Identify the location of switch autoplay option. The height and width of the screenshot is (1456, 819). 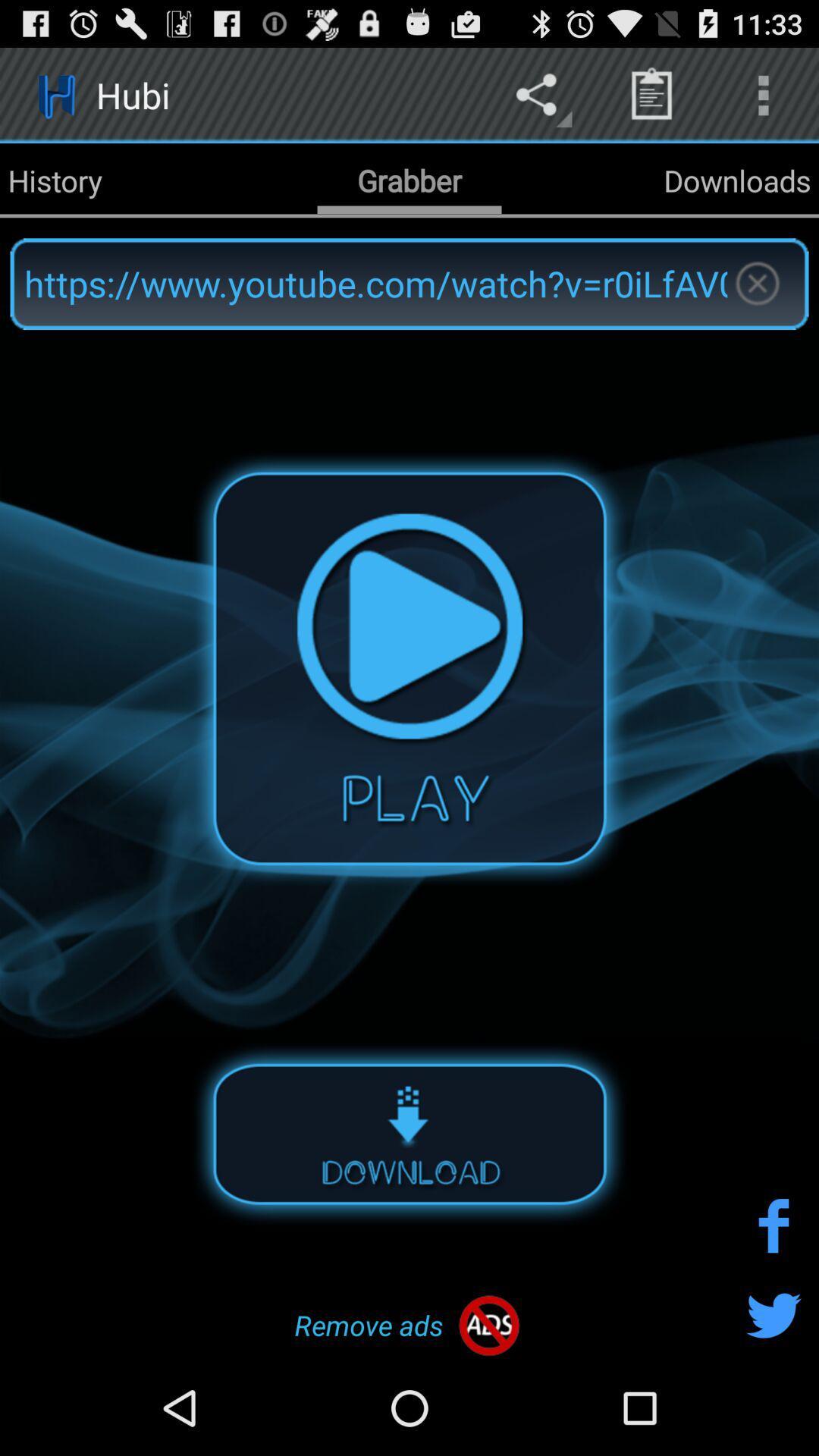
(409, 1133).